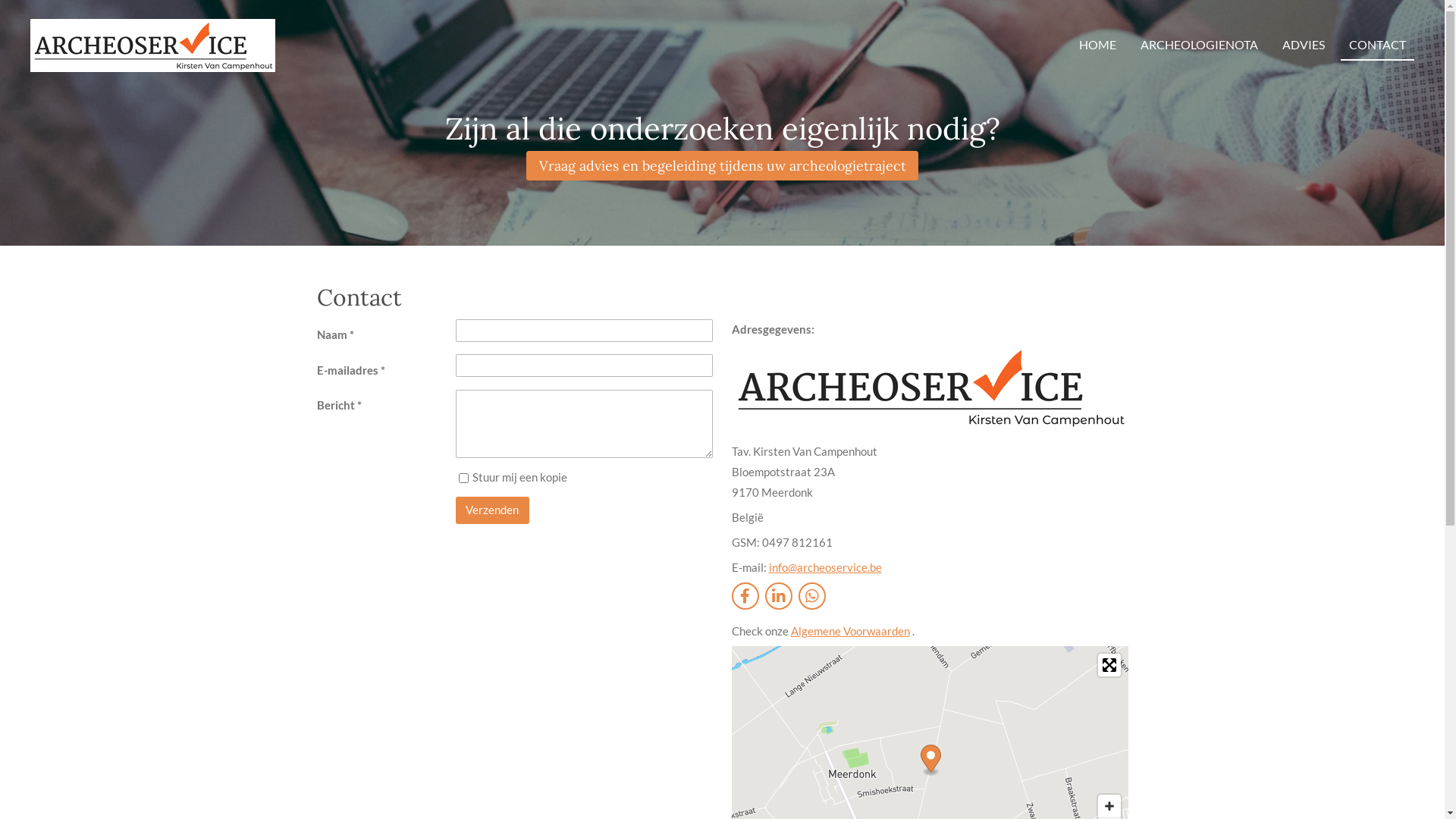 The width and height of the screenshot is (1456, 819). Describe the element at coordinates (1198, 45) in the screenshot. I see `'ARCHEOLOGIENOTA'` at that location.